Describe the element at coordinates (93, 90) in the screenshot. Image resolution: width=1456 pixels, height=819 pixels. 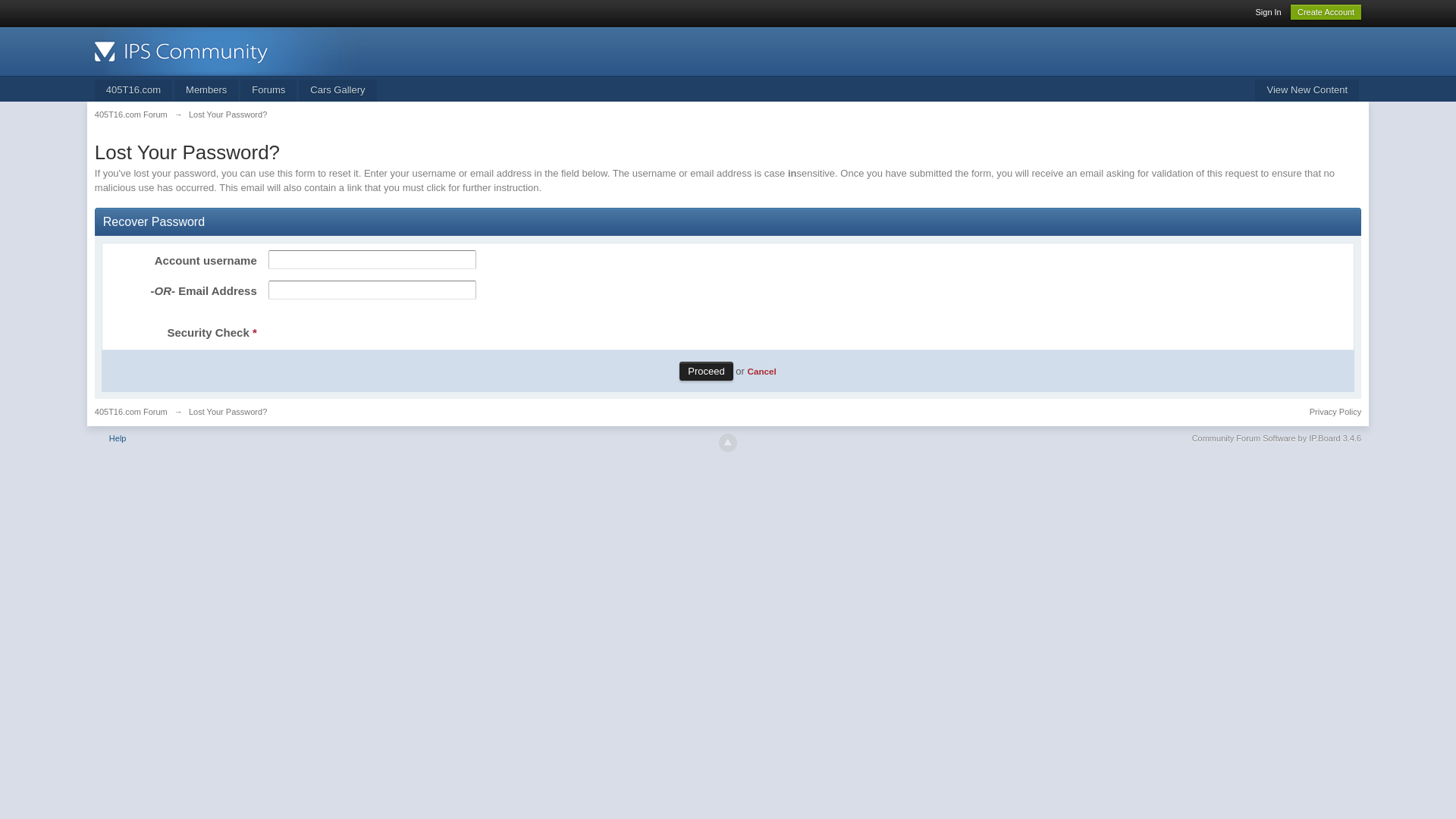
I see `'405T16.com'` at that location.